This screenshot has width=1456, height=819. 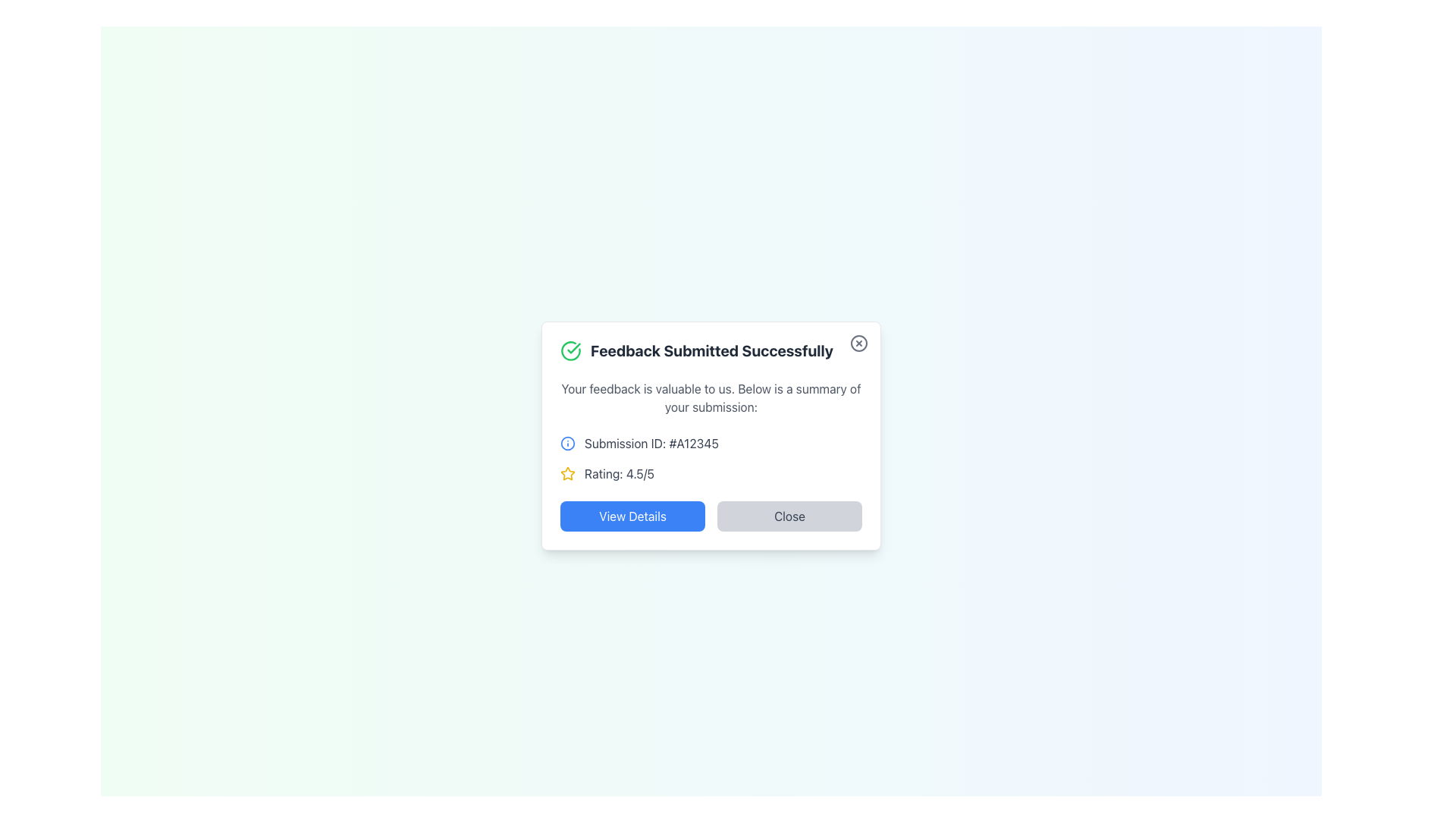 What do you see at coordinates (570, 350) in the screenshot?
I see `the green circular icon's outer circle located in the top-left corner of the notification card preceding the text 'Feedback Submitted Successfully'` at bounding box center [570, 350].